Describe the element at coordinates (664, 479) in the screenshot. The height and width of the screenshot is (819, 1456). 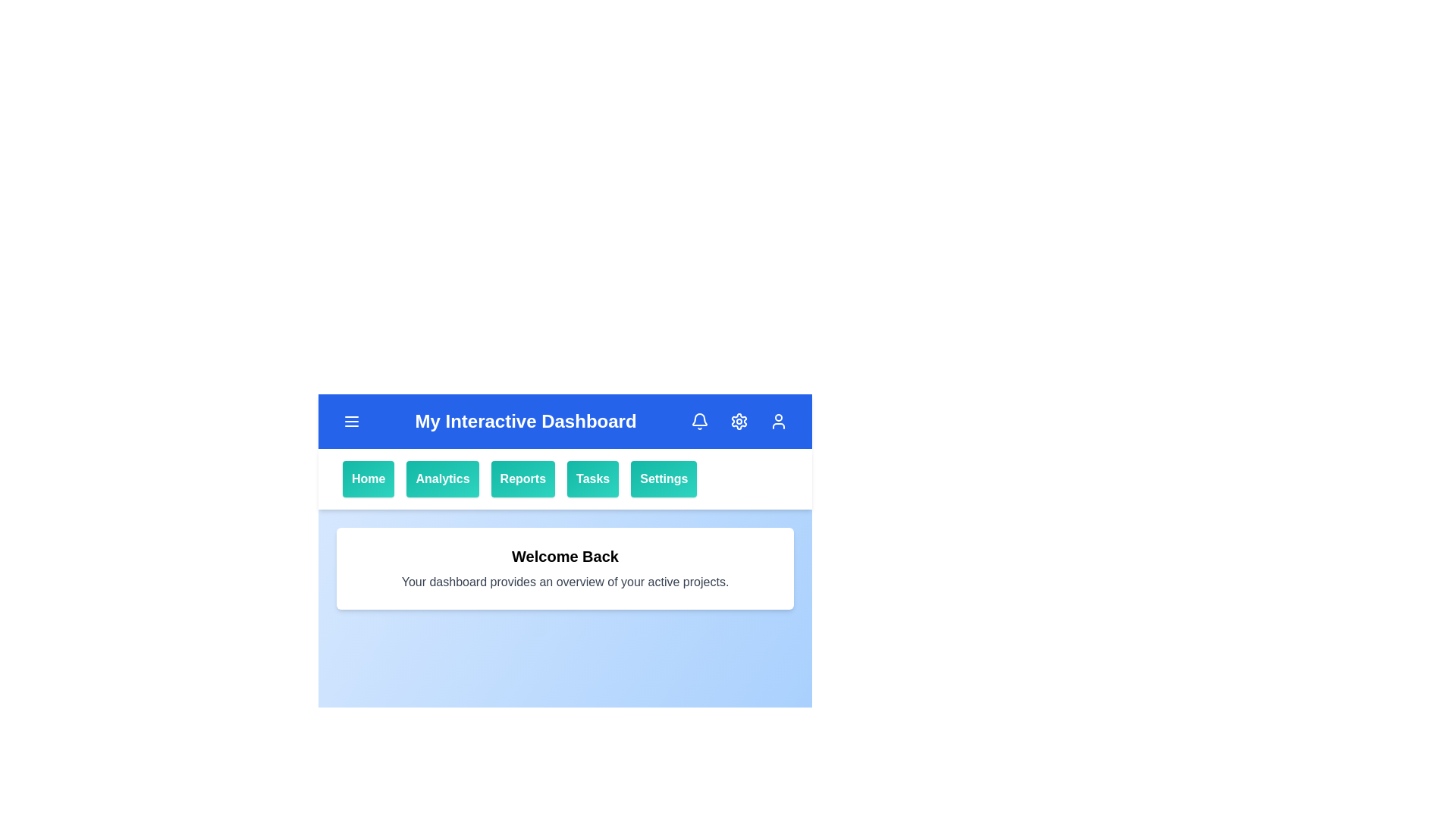
I see `the Settings button in the navigation bar` at that location.